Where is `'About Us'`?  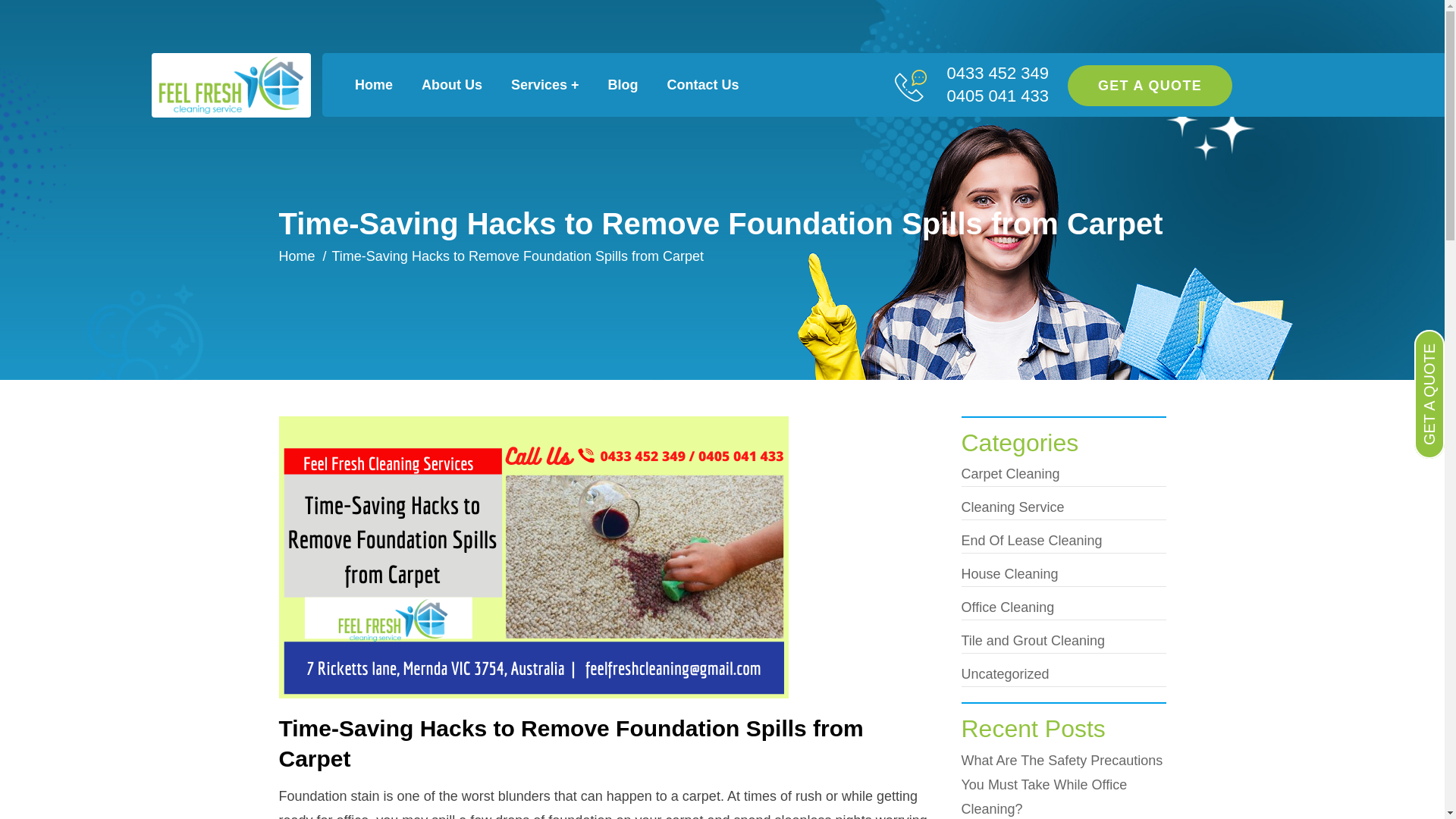
'About Us' is located at coordinates (457, 84).